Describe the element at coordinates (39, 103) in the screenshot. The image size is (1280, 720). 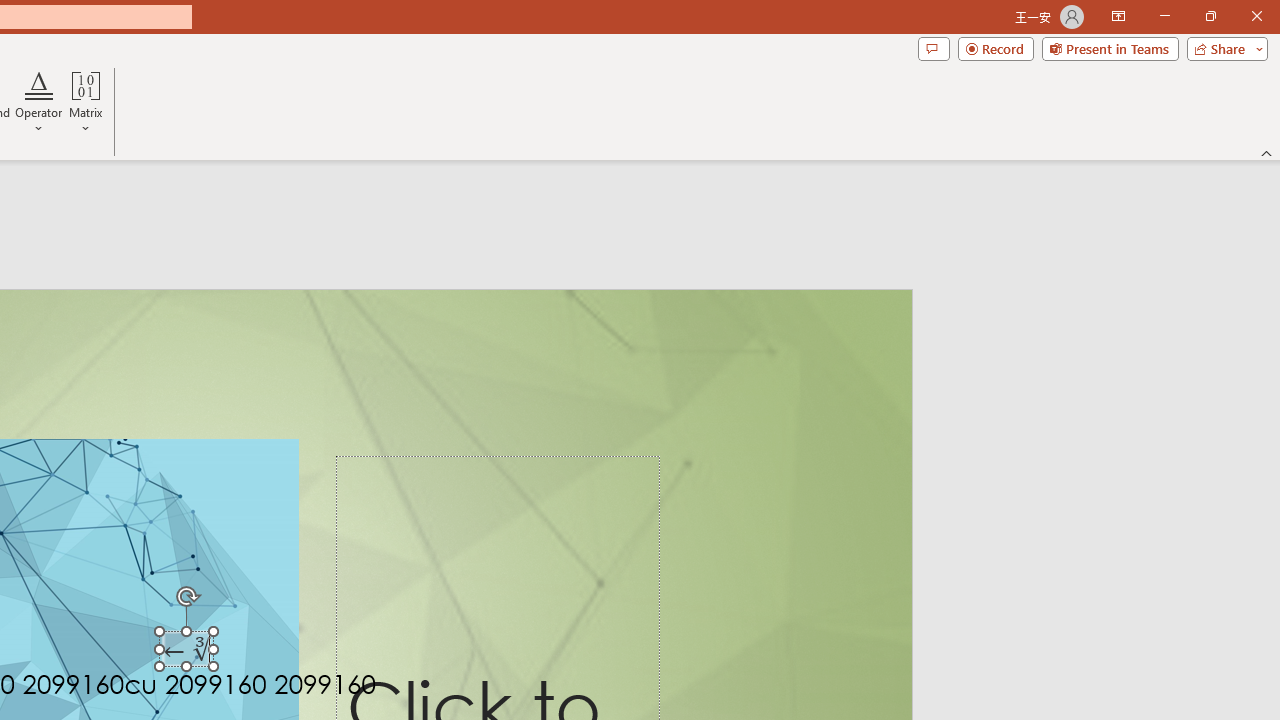
I see `'Operator'` at that location.